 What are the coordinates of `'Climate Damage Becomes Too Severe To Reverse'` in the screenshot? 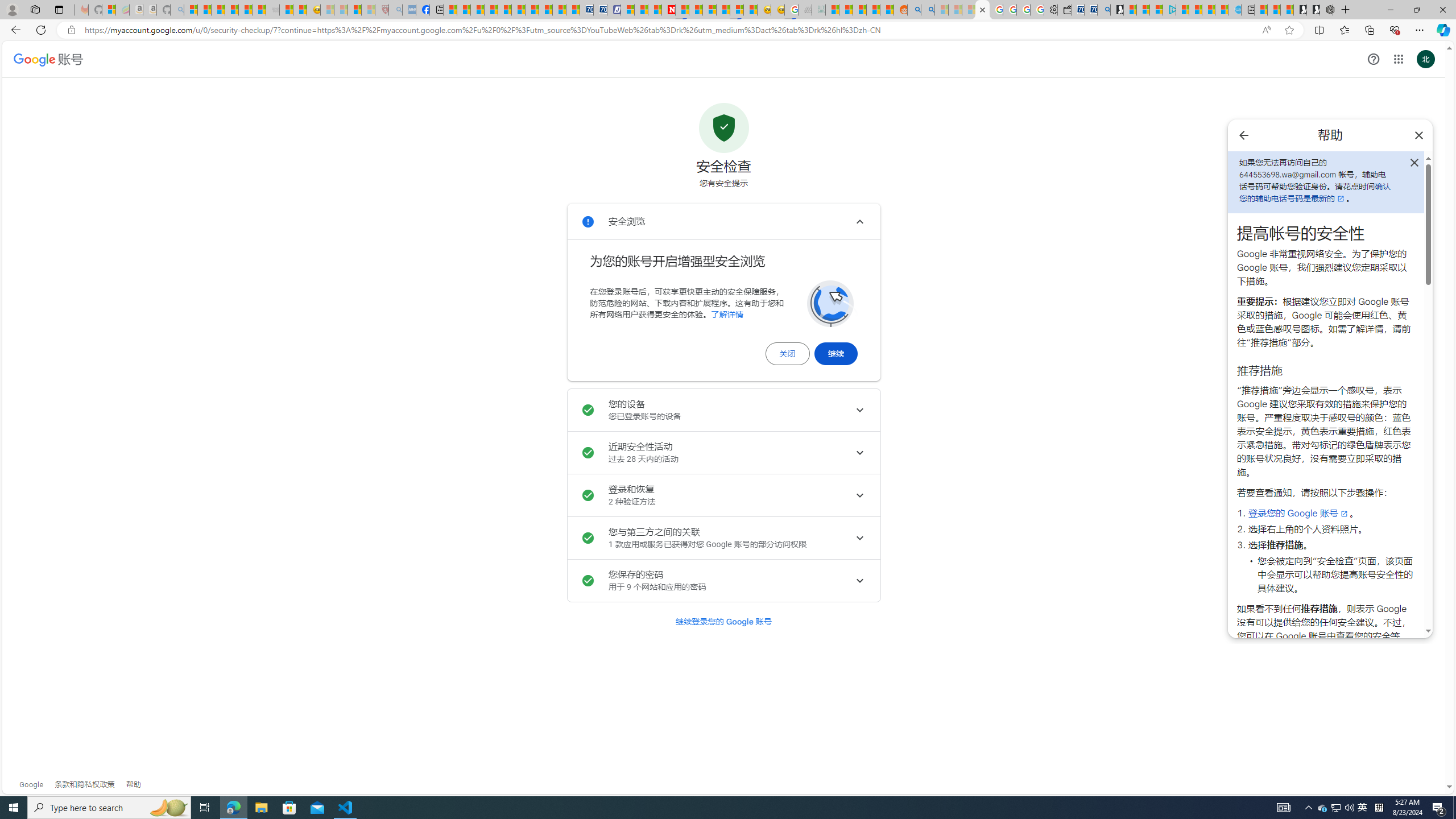 It's located at (490, 9).